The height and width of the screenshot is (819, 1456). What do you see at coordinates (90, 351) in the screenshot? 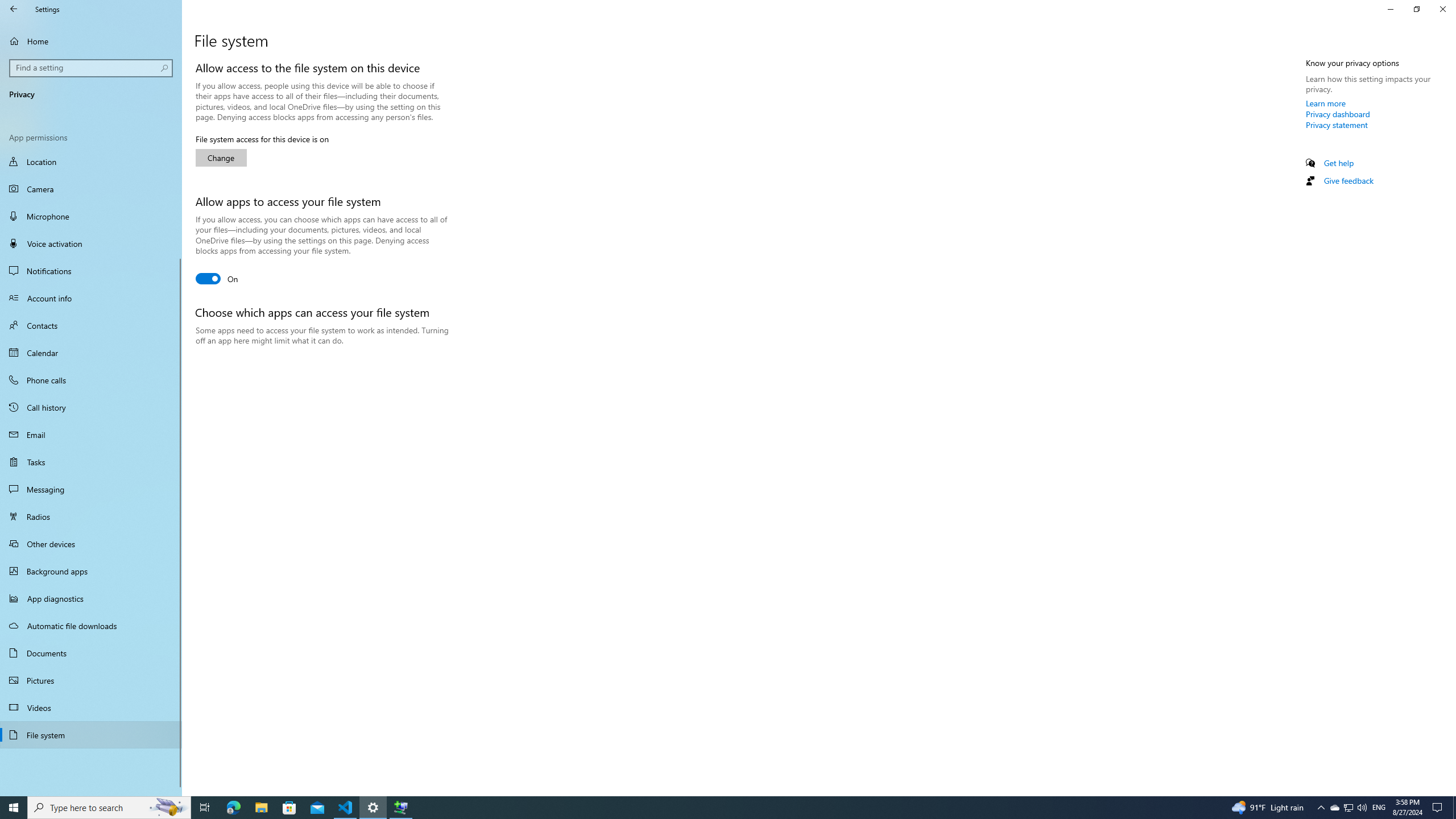
I see `'Calendar'` at bounding box center [90, 351].